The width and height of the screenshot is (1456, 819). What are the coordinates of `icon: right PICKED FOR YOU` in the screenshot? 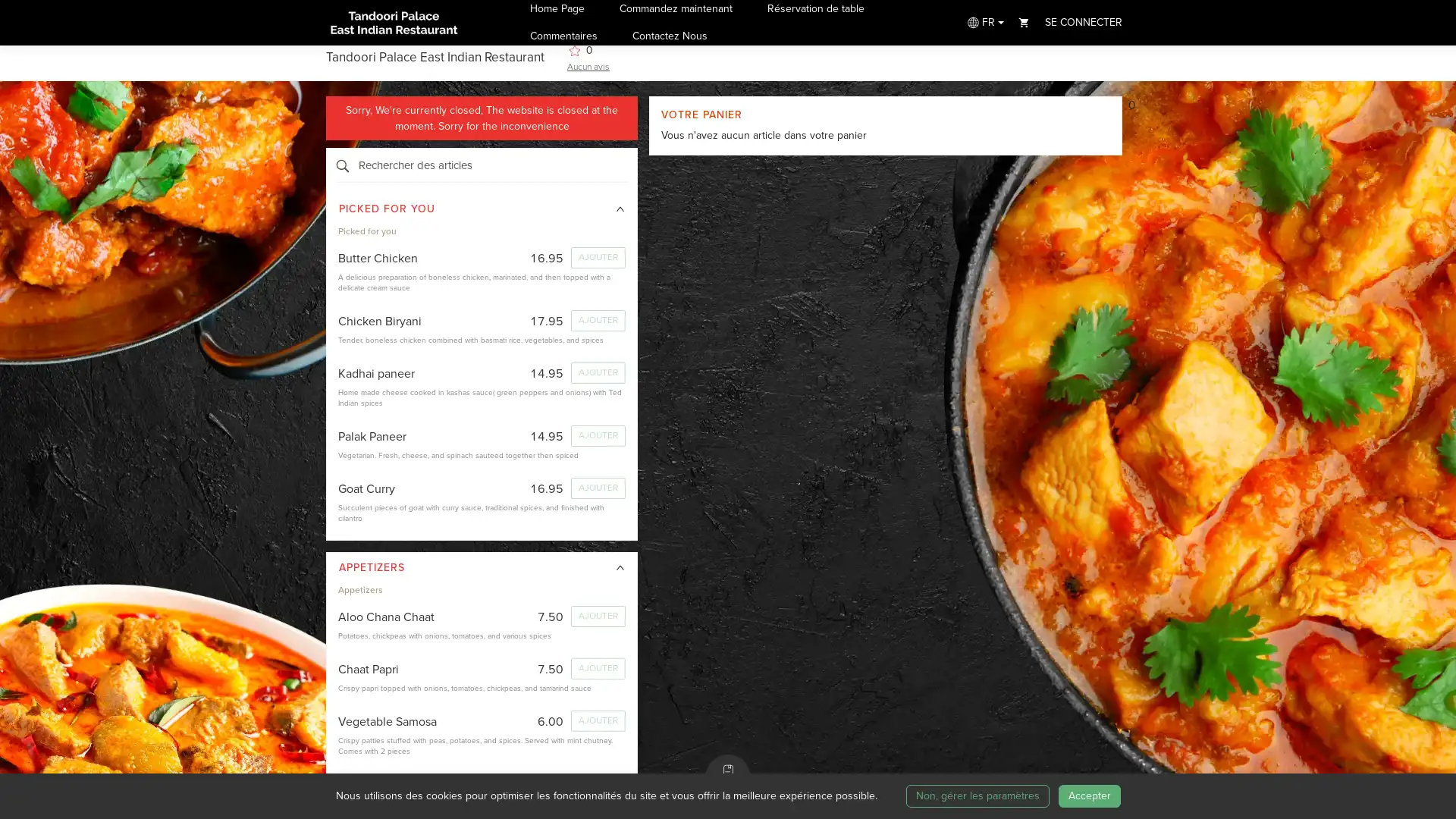 It's located at (481, 209).